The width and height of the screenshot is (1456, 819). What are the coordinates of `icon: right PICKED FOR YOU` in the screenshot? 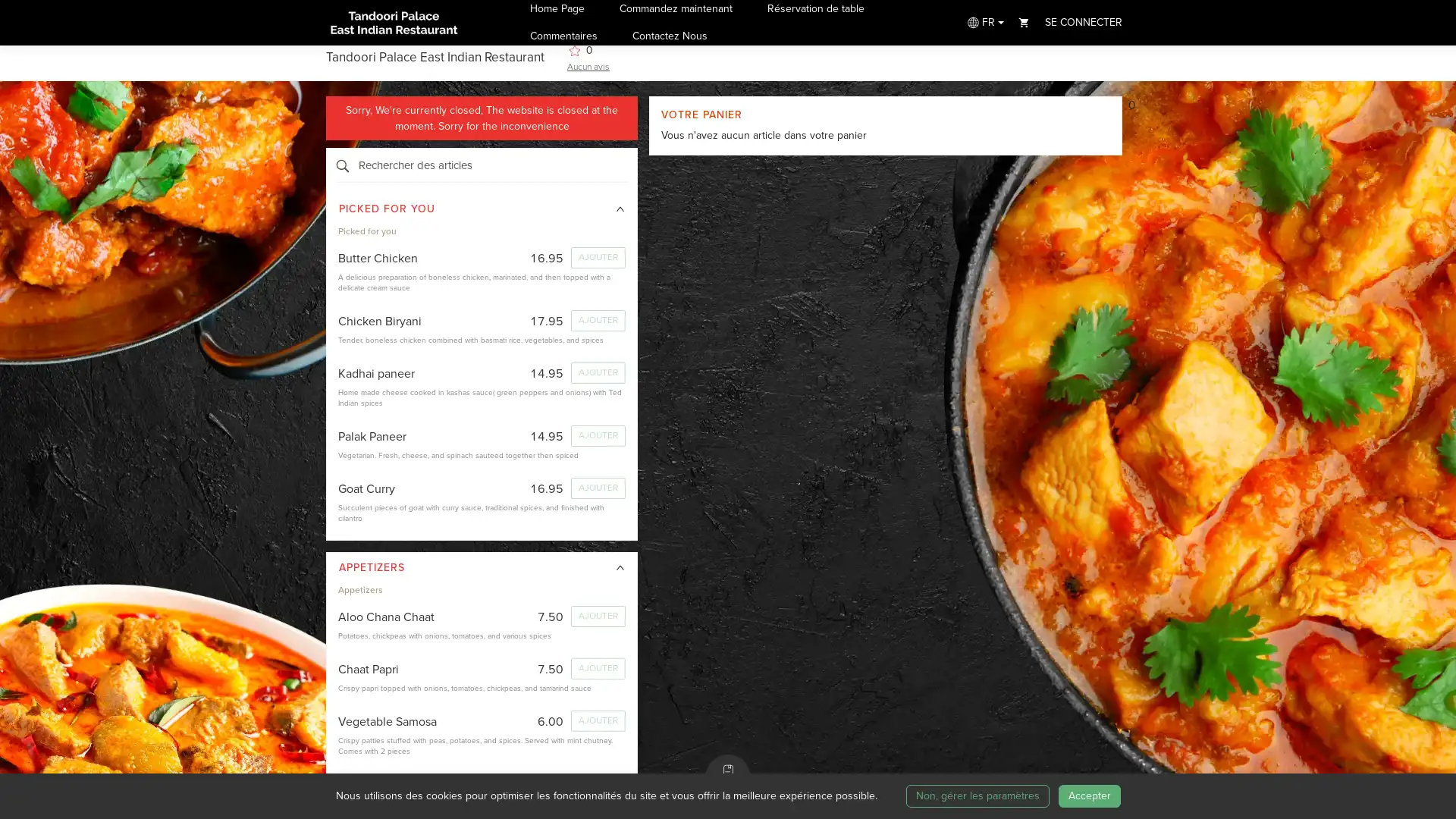 It's located at (481, 209).